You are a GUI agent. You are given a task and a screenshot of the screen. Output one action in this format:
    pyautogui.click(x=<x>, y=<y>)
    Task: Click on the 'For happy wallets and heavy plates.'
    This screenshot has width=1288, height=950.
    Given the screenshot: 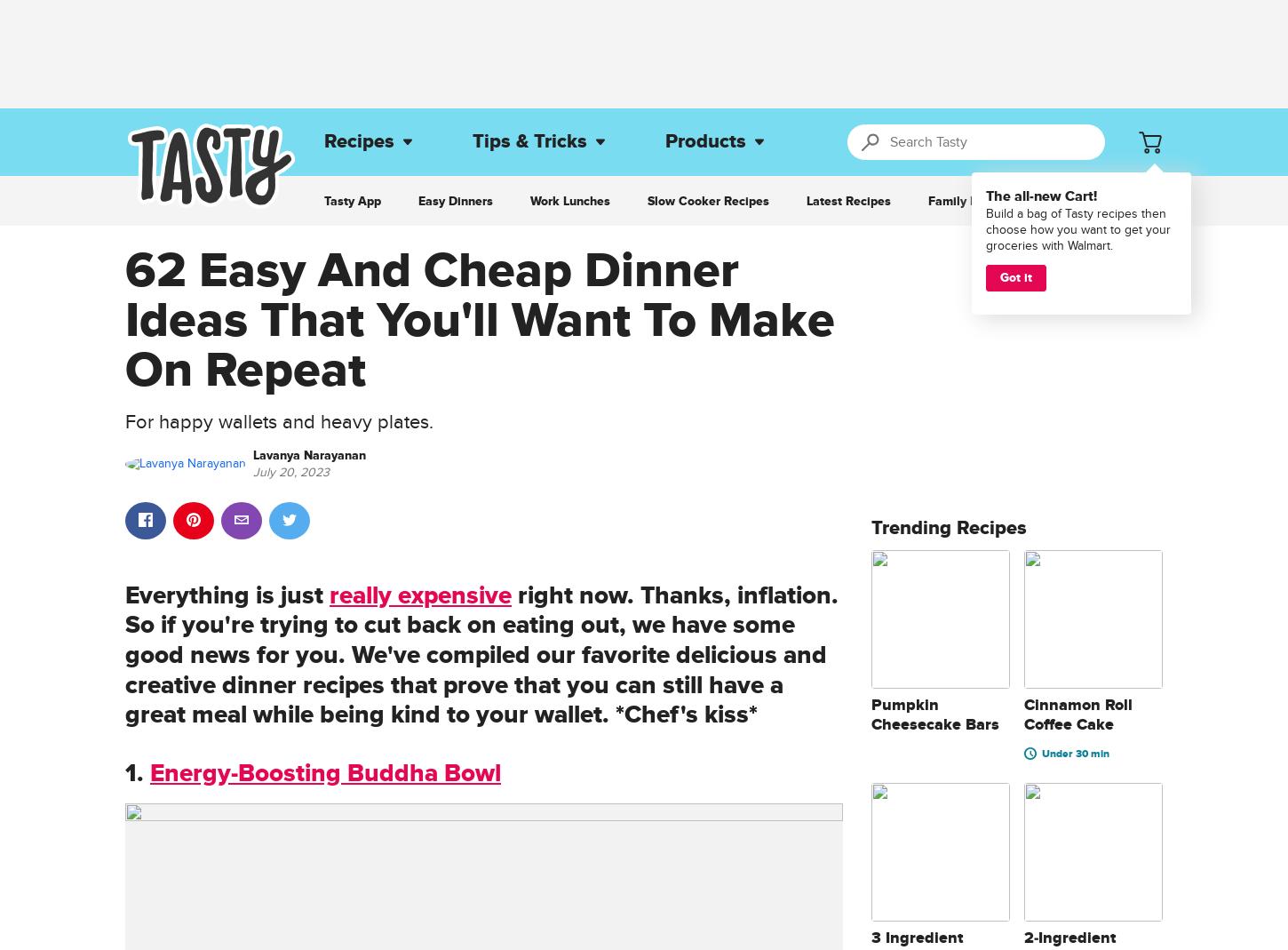 What is the action you would take?
    pyautogui.click(x=279, y=420)
    